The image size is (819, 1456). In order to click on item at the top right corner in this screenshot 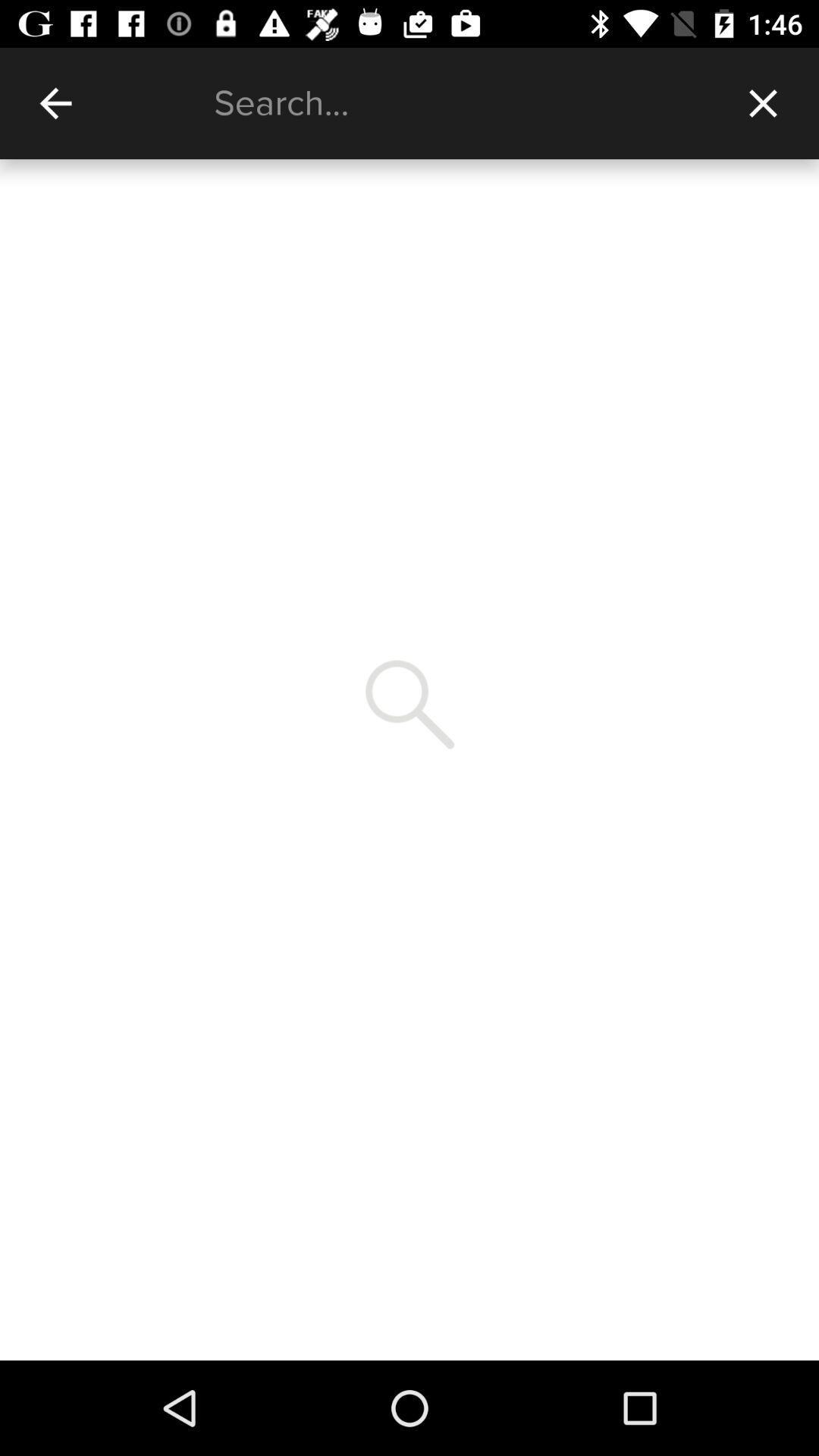, I will do `click(763, 102)`.